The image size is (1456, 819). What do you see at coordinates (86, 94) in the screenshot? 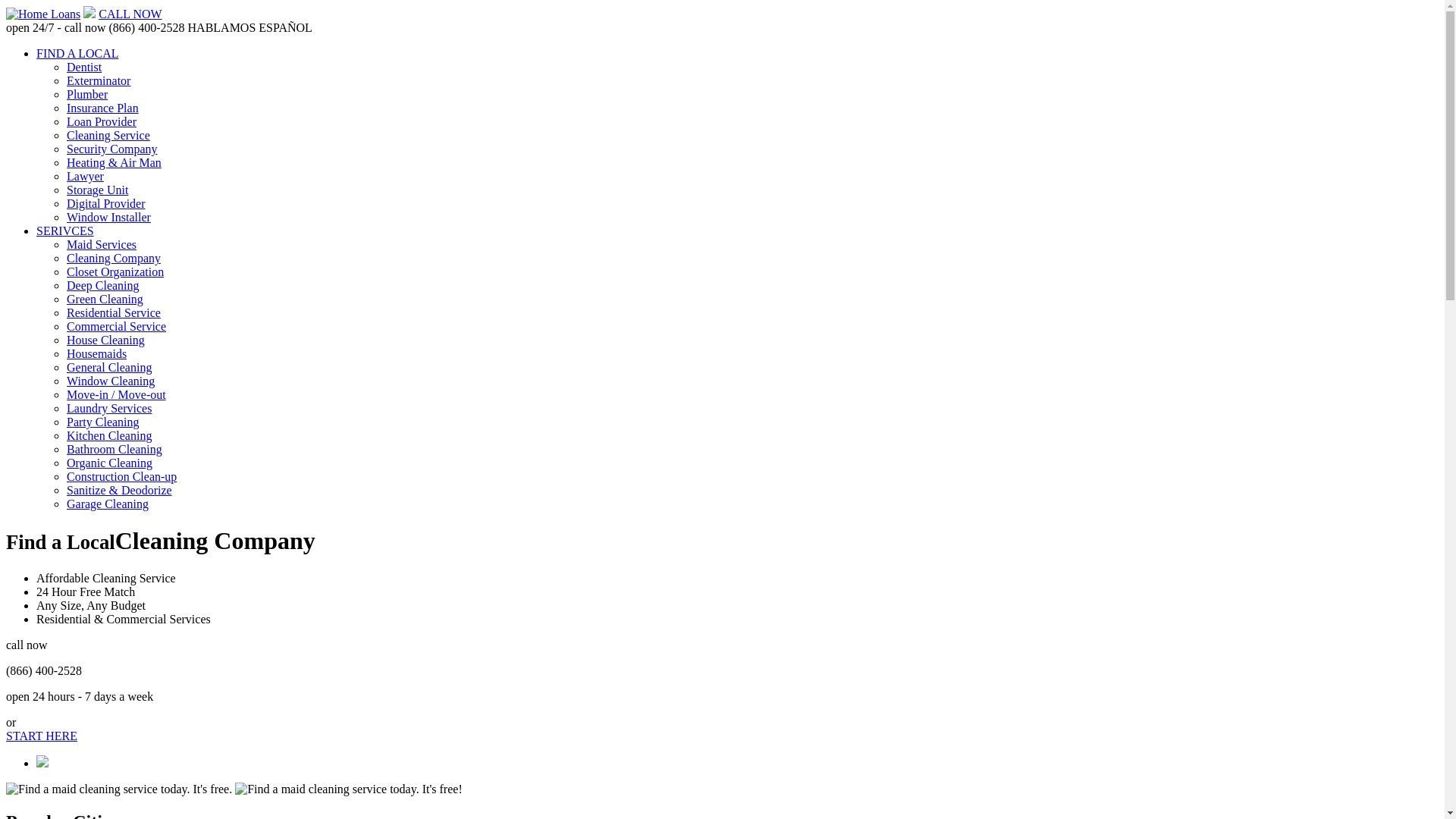
I see `'Plumber'` at bounding box center [86, 94].